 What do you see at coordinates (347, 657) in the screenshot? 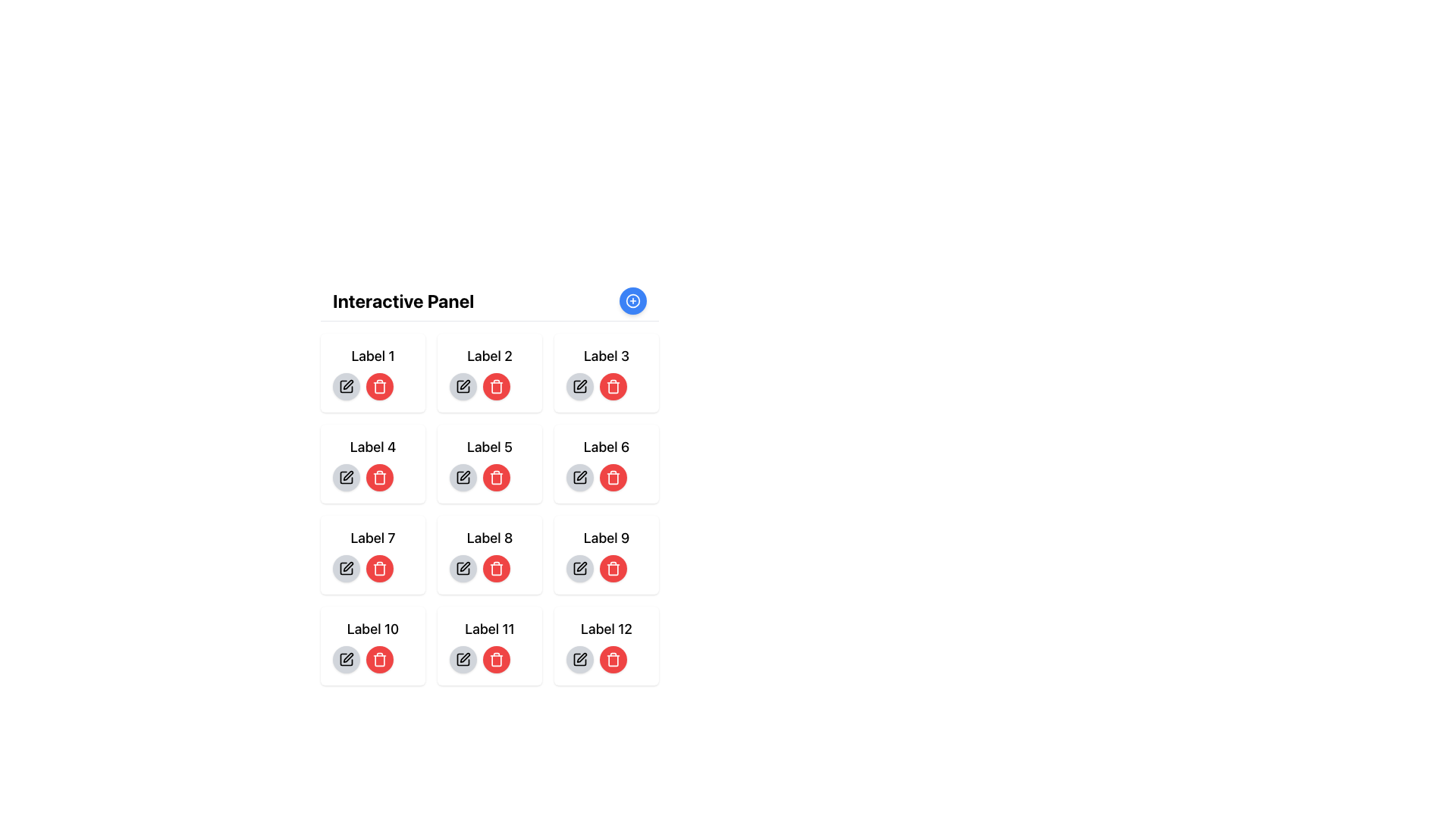
I see `the vector graphic icon resembling the outline of a pen, which is part of the icon set labeled 'Label 10' located in the bottom-left cell of the grid` at bounding box center [347, 657].